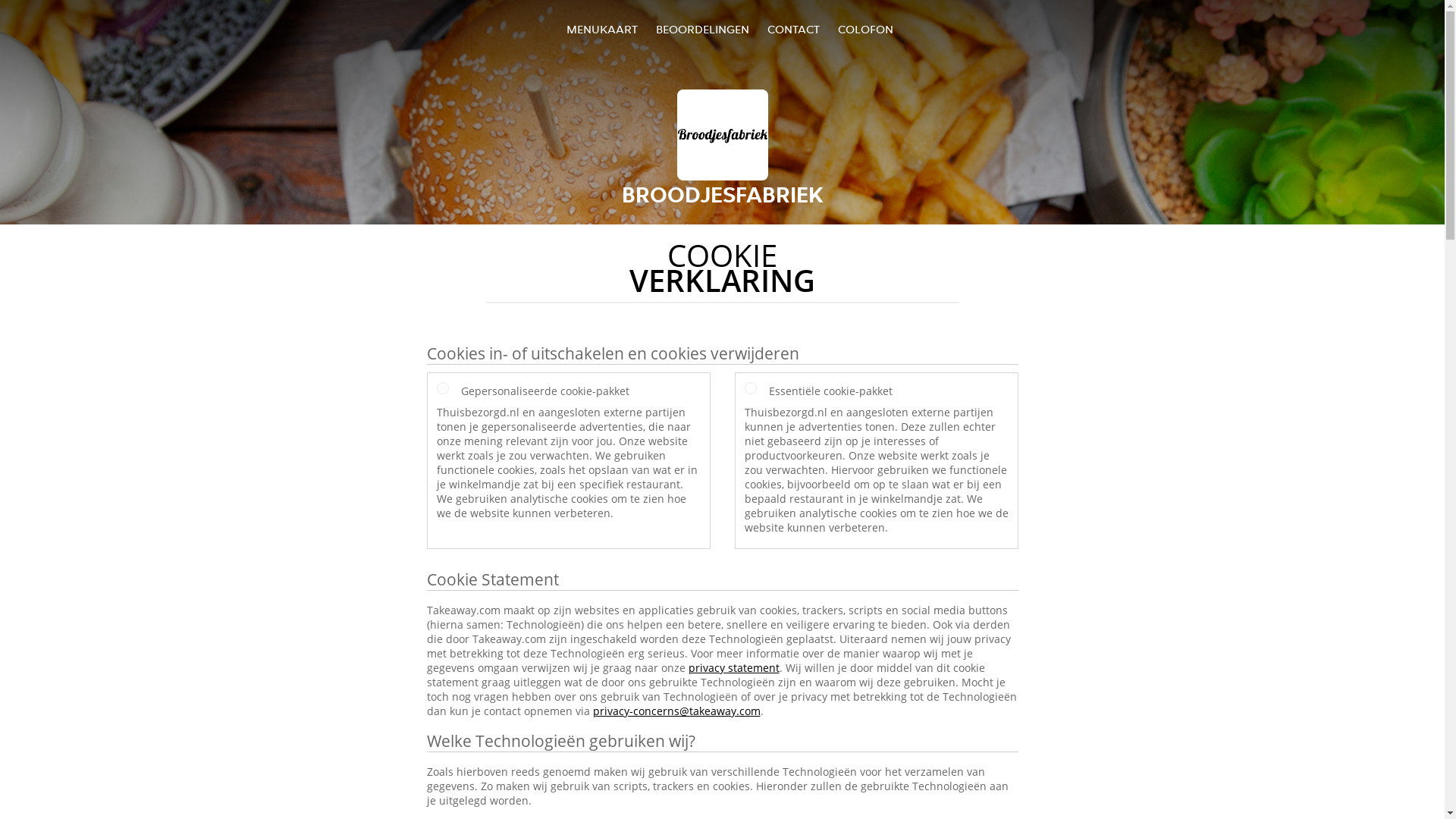 Image resolution: width=1456 pixels, height=819 pixels. What do you see at coordinates (601, 29) in the screenshot?
I see `'MENUKAART'` at bounding box center [601, 29].